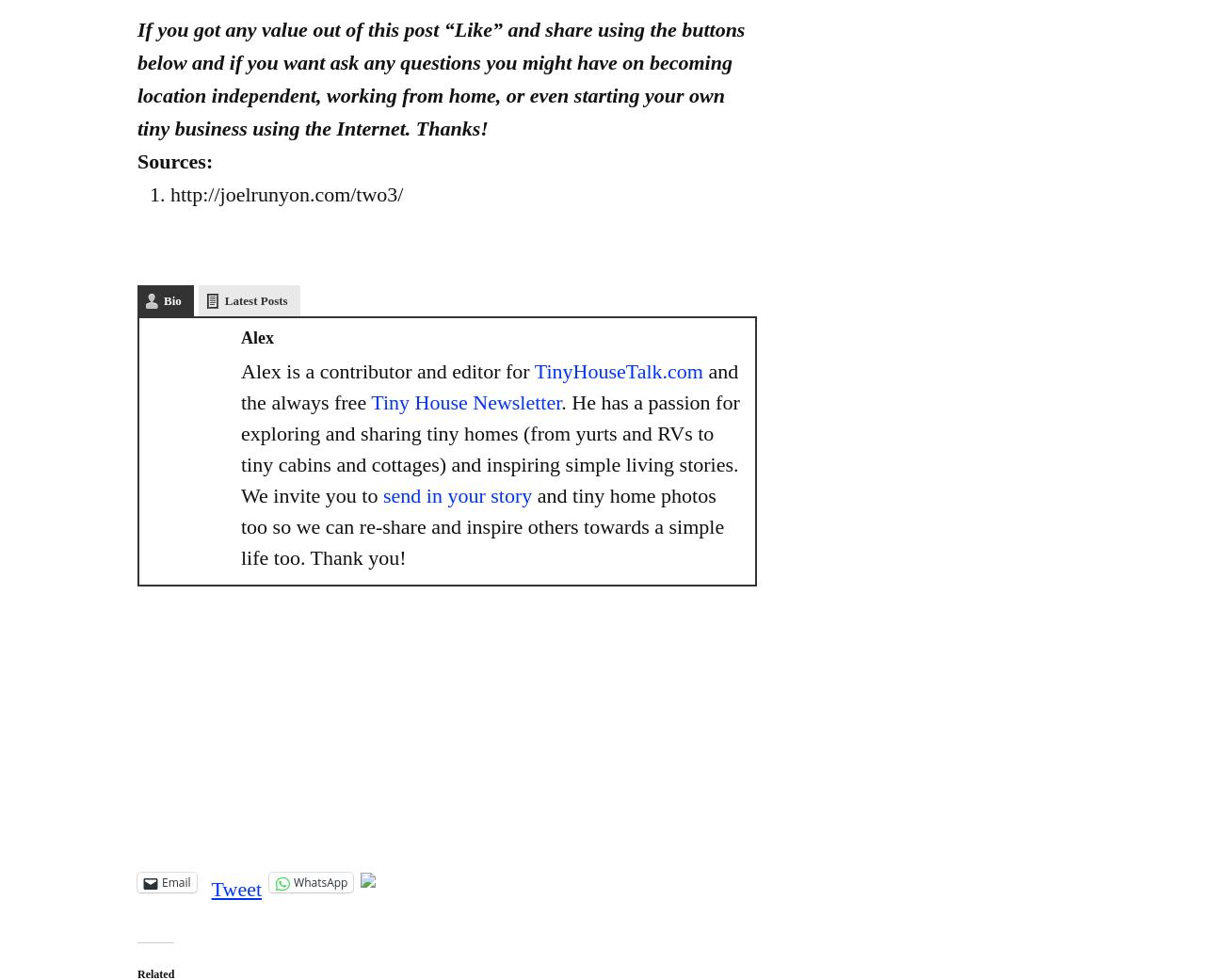 This screenshot has height=980, width=1224. I want to click on 'and the always free', so click(490, 386).